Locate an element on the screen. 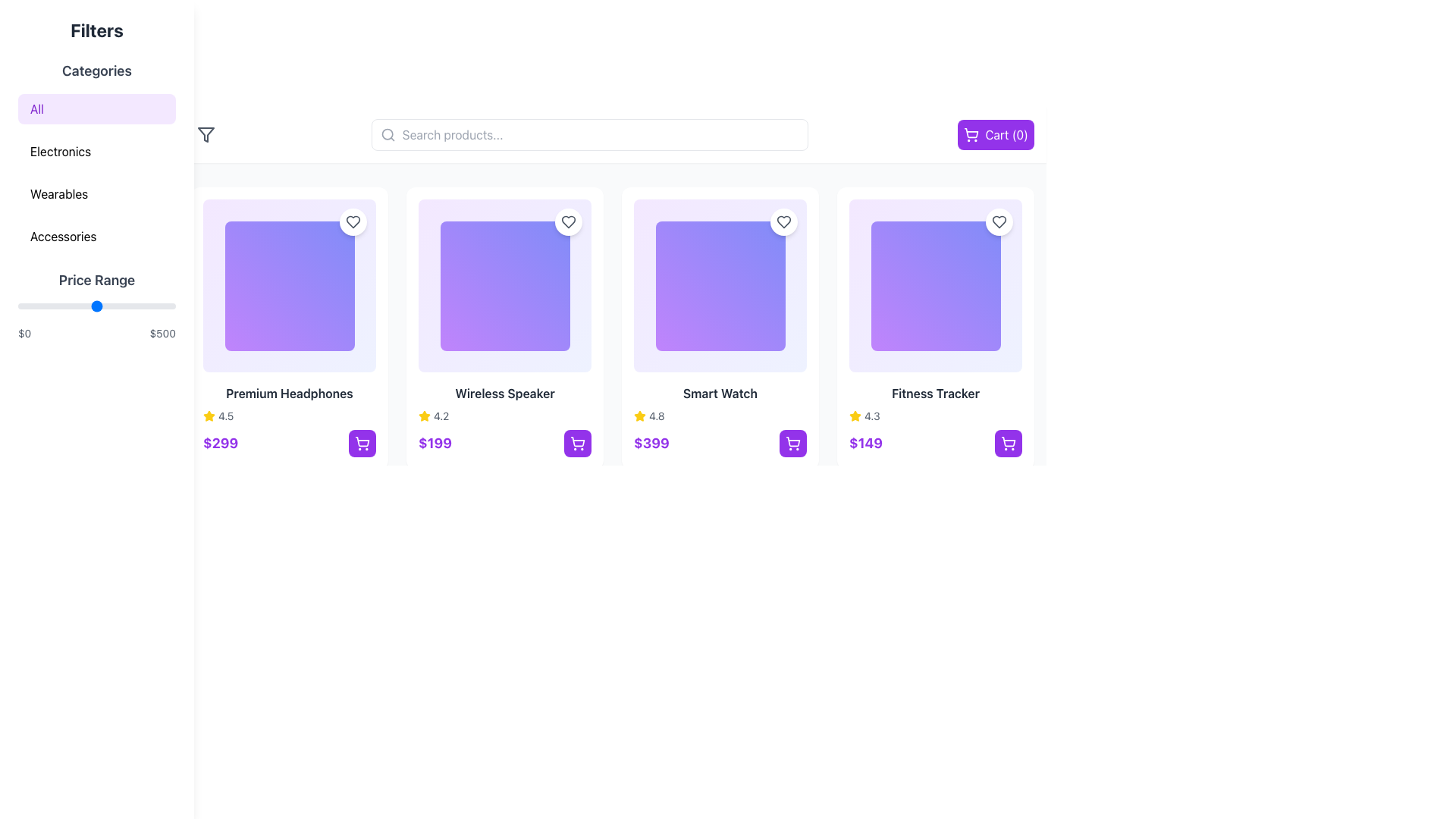 Image resolution: width=1456 pixels, height=819 pixels. the square button with a vibrant purple background and a white shopping cart icon is located at coordinates (362, 444).